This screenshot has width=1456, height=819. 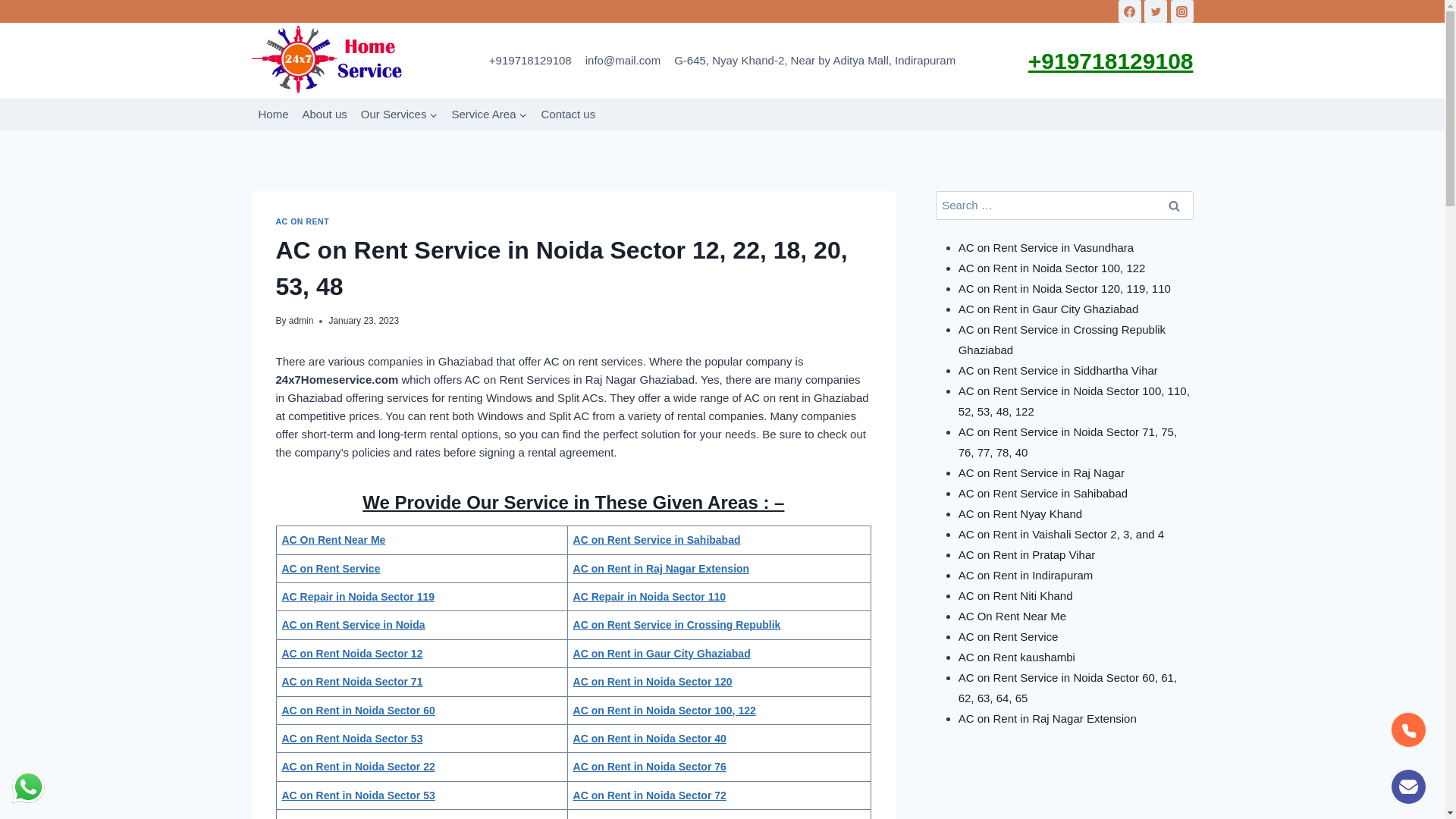 I want to click on 'AC on Rent in Noida Sector 100, 122', so click(x=664, y=711).